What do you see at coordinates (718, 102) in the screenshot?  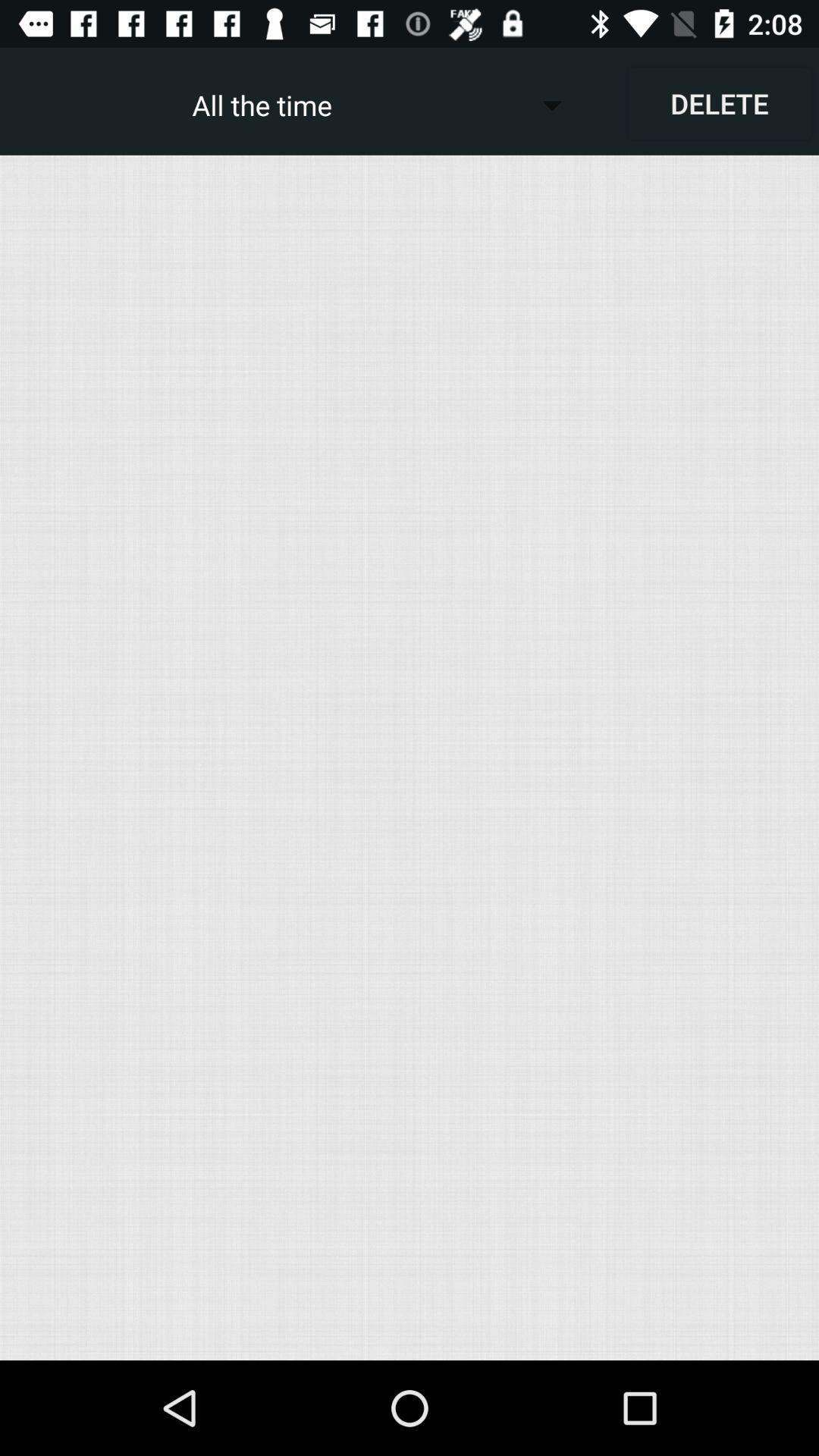 I see `the delete icon` at bounding box center [718, 102].